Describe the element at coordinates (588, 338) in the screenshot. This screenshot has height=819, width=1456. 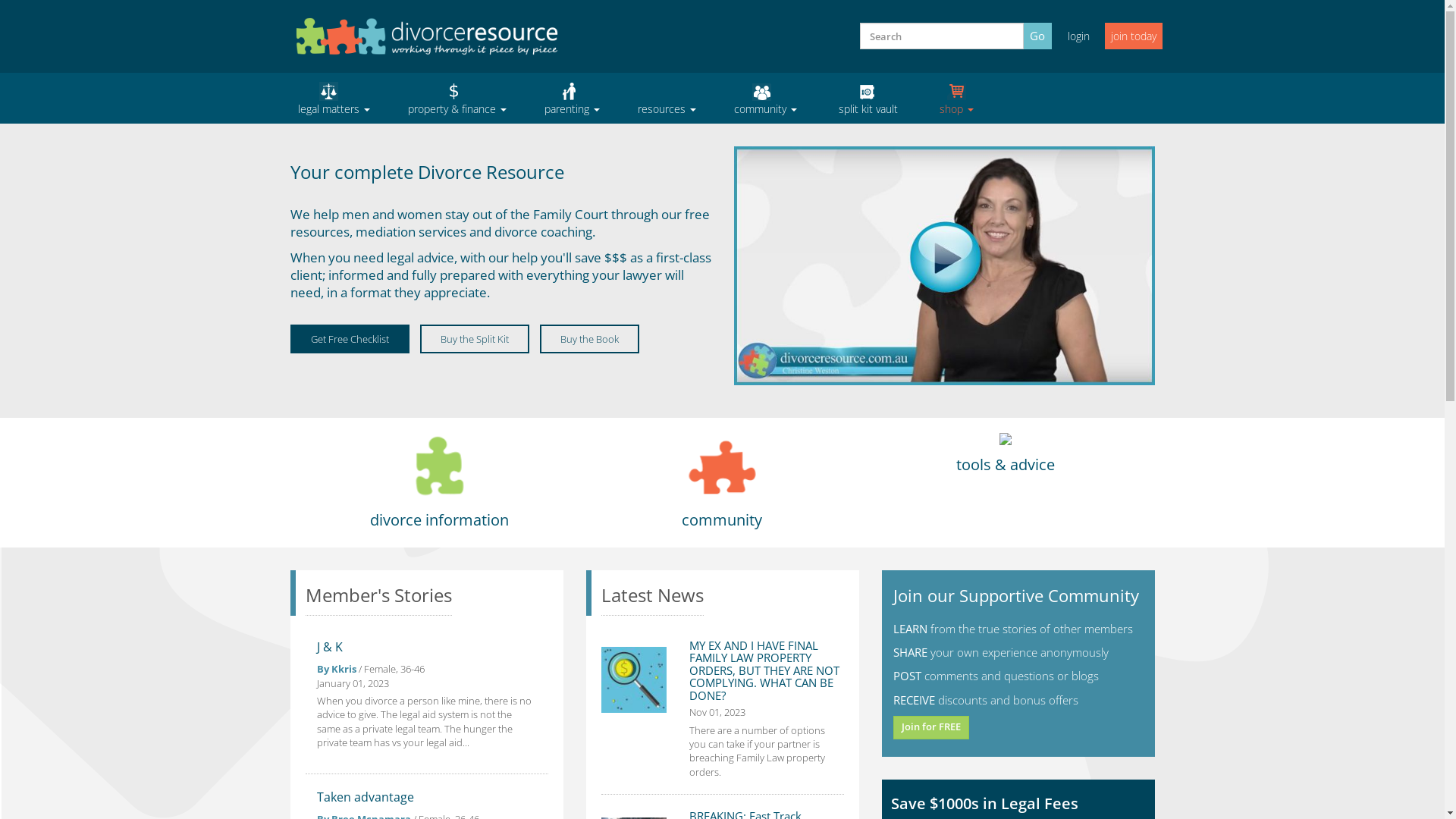
I see `'Buy the Book'` at that location.